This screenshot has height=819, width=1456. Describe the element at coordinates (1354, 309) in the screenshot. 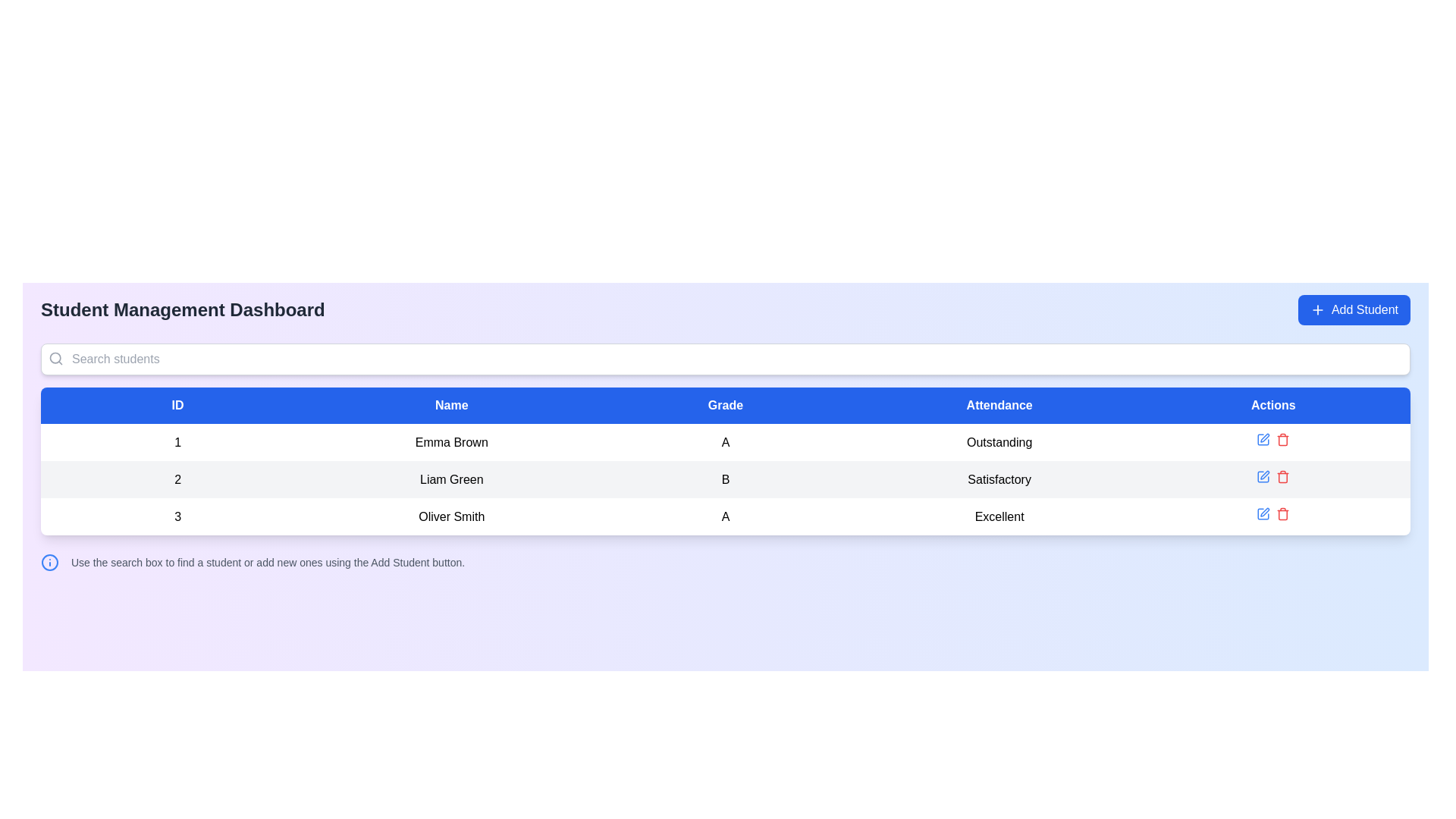

I see `the button that initiates the process of adding a new student to the dashboard` at that location.